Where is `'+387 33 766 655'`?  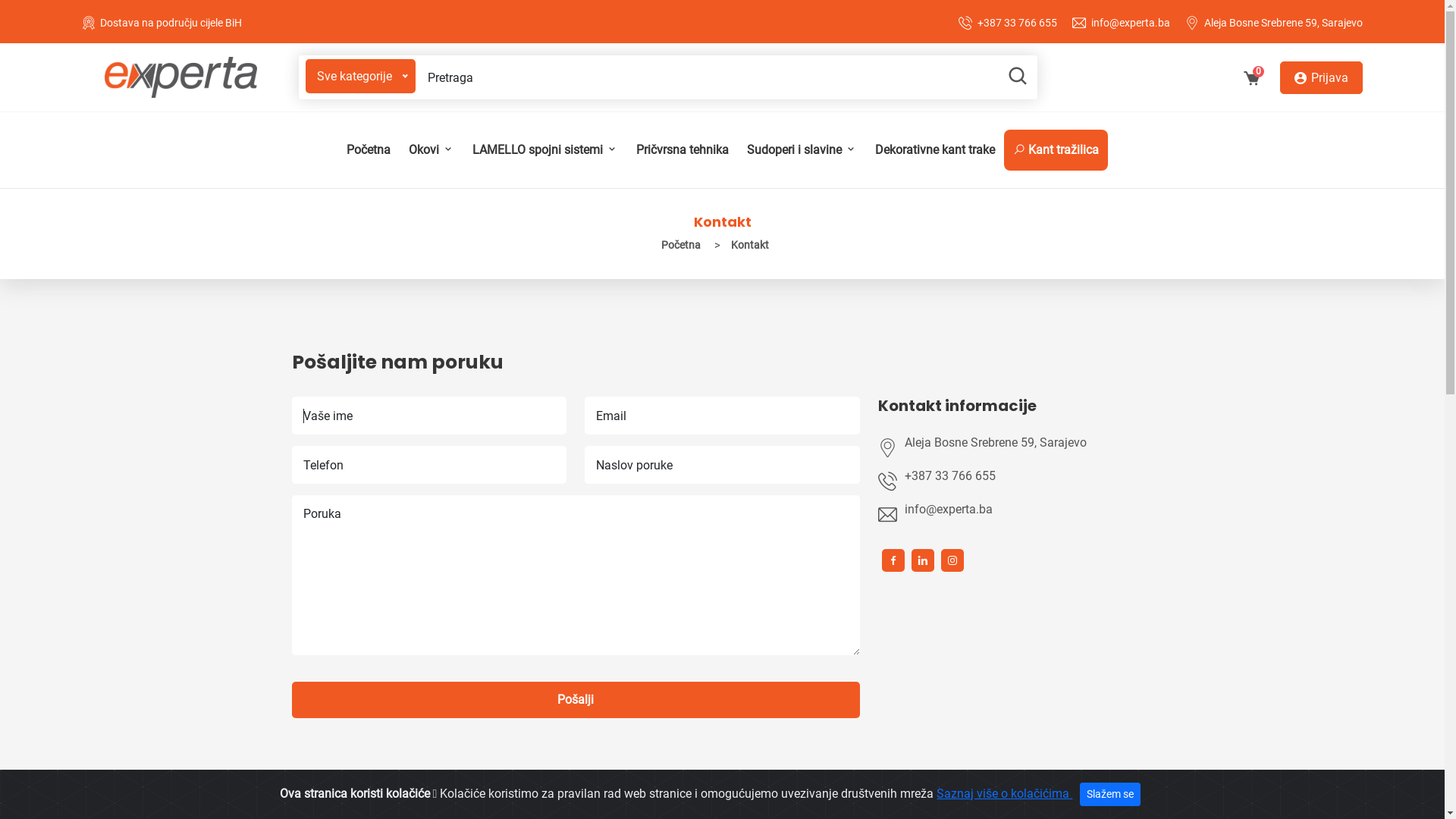
'+387 33 766 655' is located at coordinates (977, 23).